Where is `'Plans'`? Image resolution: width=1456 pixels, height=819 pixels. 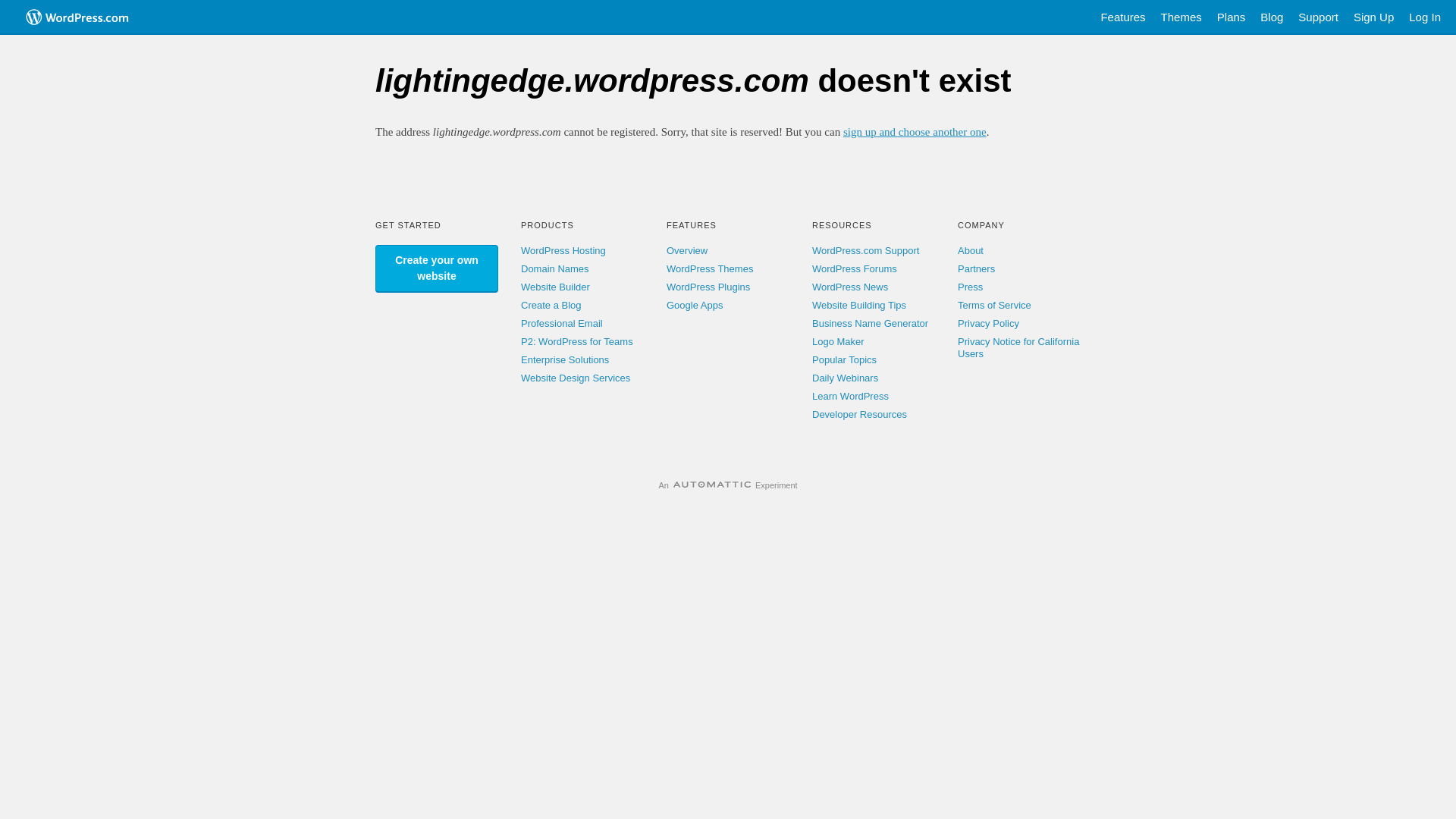 'Plans' is located at coordinates (1231, 17).